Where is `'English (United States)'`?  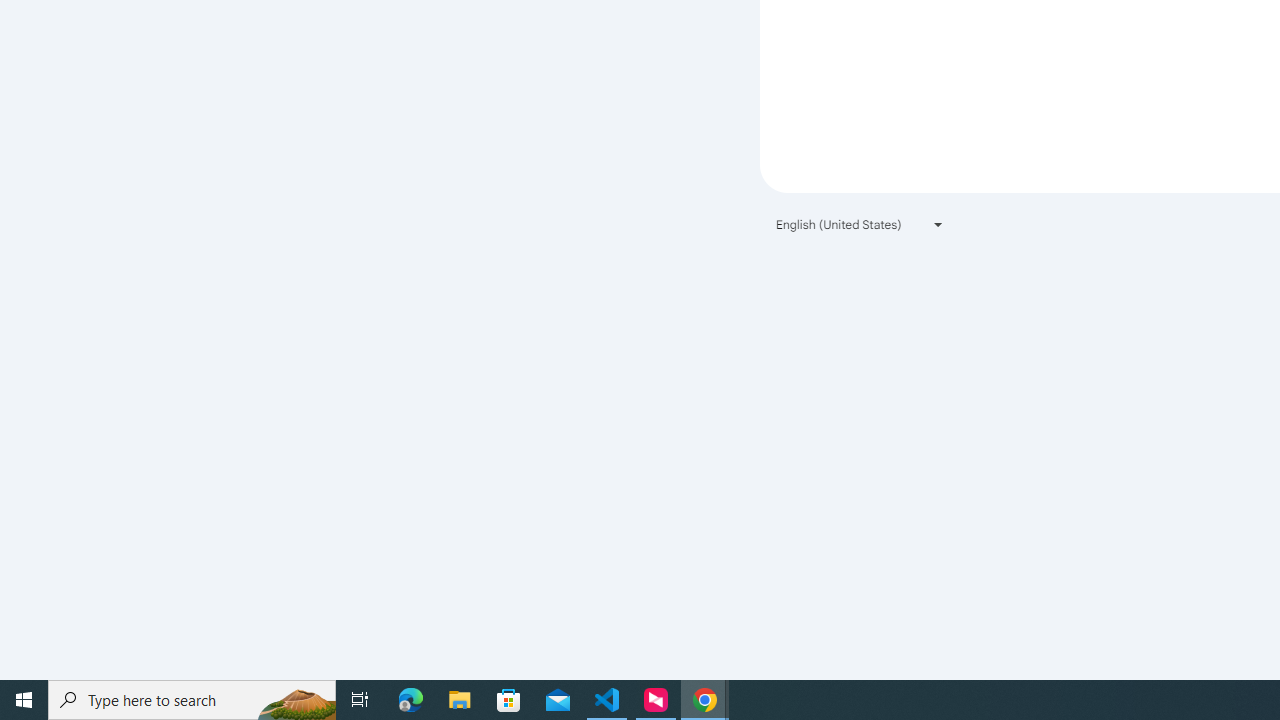
'English (United States)' is located at coordinates (860, 224).